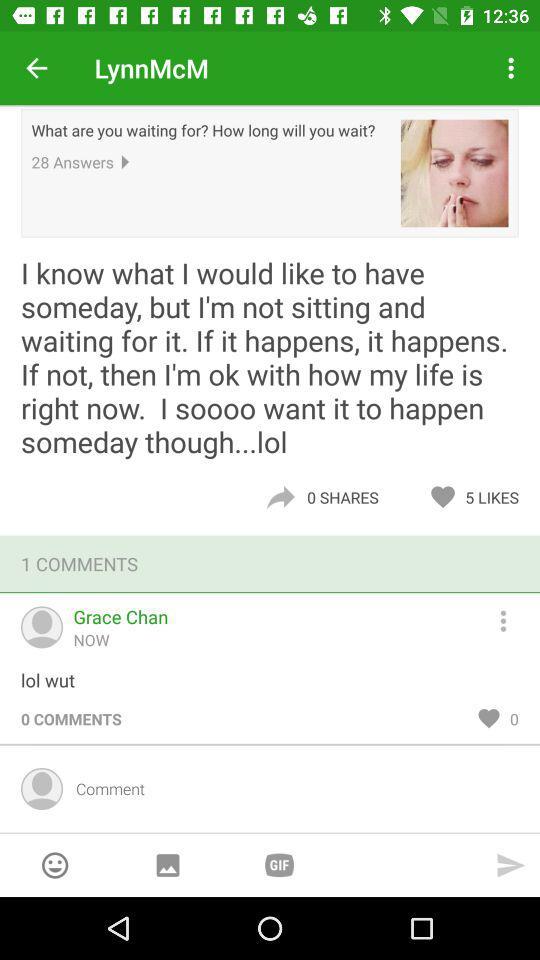 Image resolution: width=540 pixels, height=960 pixels. What do you see at coordinates (290, 788) in the screenshot?
I see `typed message for all to see` at bounding box center [290, 788].